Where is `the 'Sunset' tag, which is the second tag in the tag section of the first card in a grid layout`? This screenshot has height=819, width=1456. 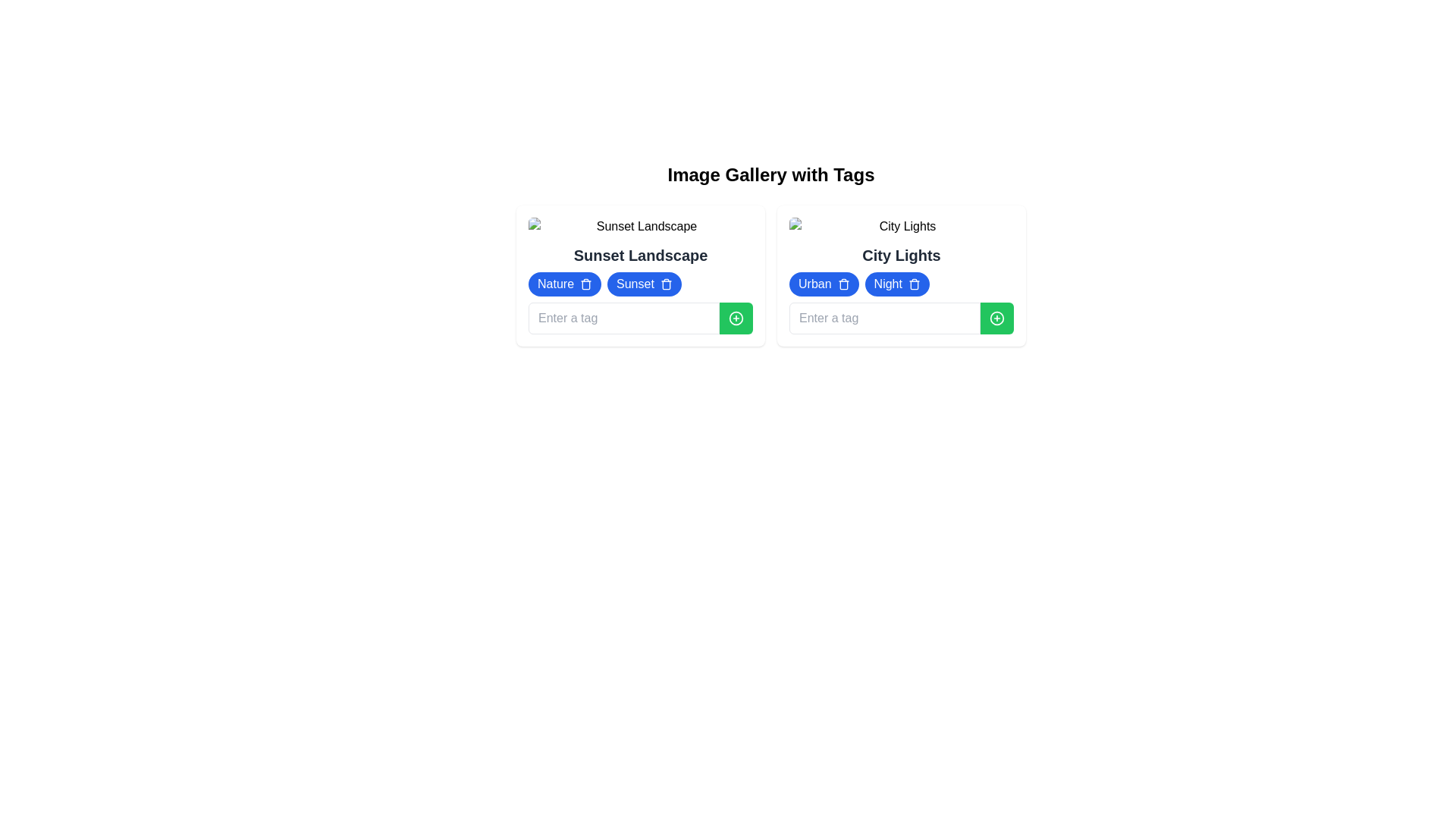 the 'Sunset' tag, which is the second tag in the tag section of the first card in a grid layout is located at coordinates (640, 275).